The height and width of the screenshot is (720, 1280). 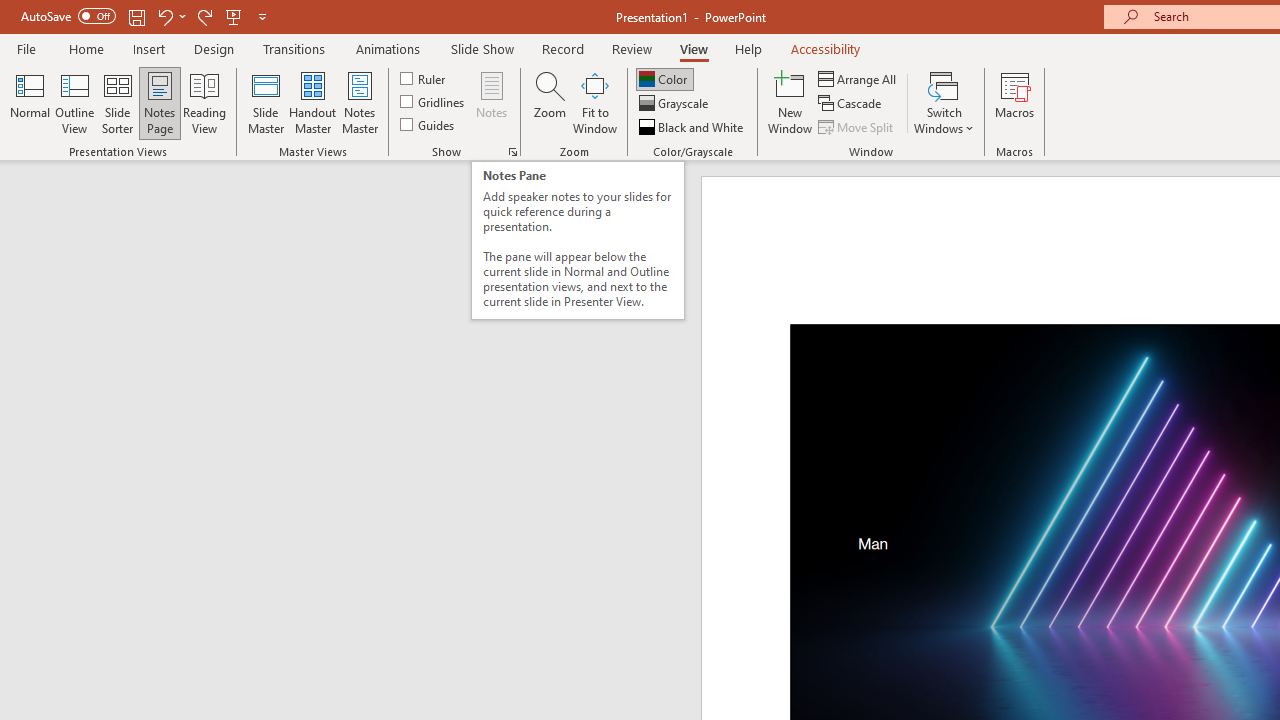 What do you see at coordinates (423, 77) in the screenshot?
I see `'Ruler'` at bounding box center [423, 77].